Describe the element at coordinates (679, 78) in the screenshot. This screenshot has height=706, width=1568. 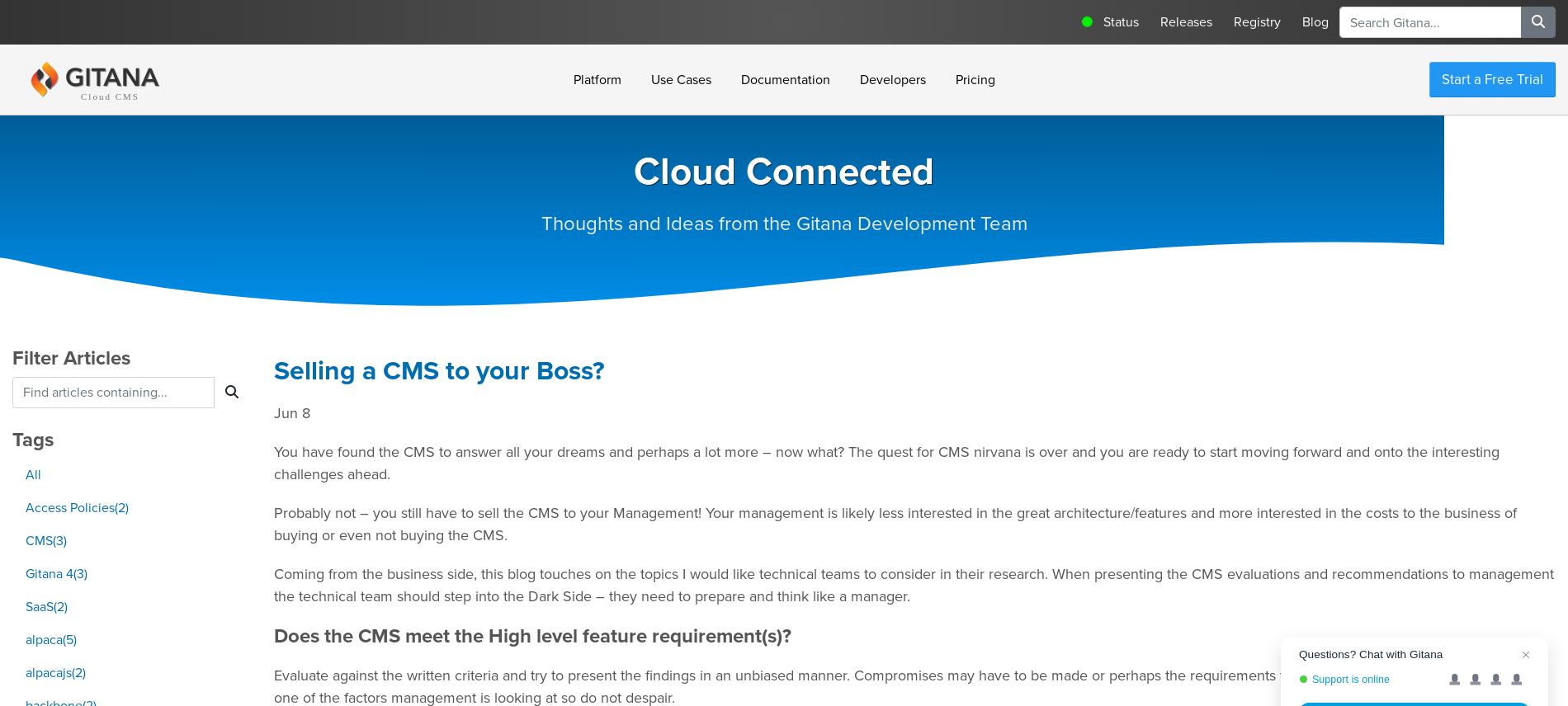
I see `'Use Cases'` at that location.